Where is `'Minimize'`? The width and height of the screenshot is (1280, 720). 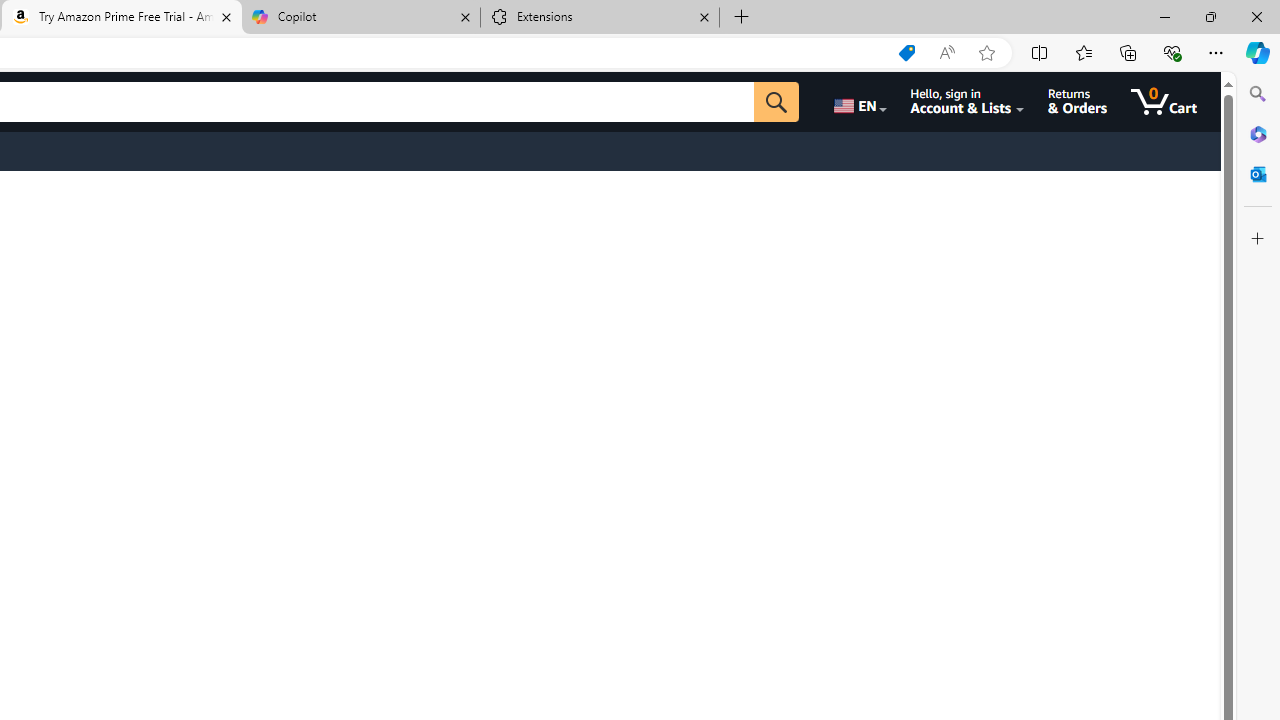
'Minimize' is located at coordinates (1164, 16).